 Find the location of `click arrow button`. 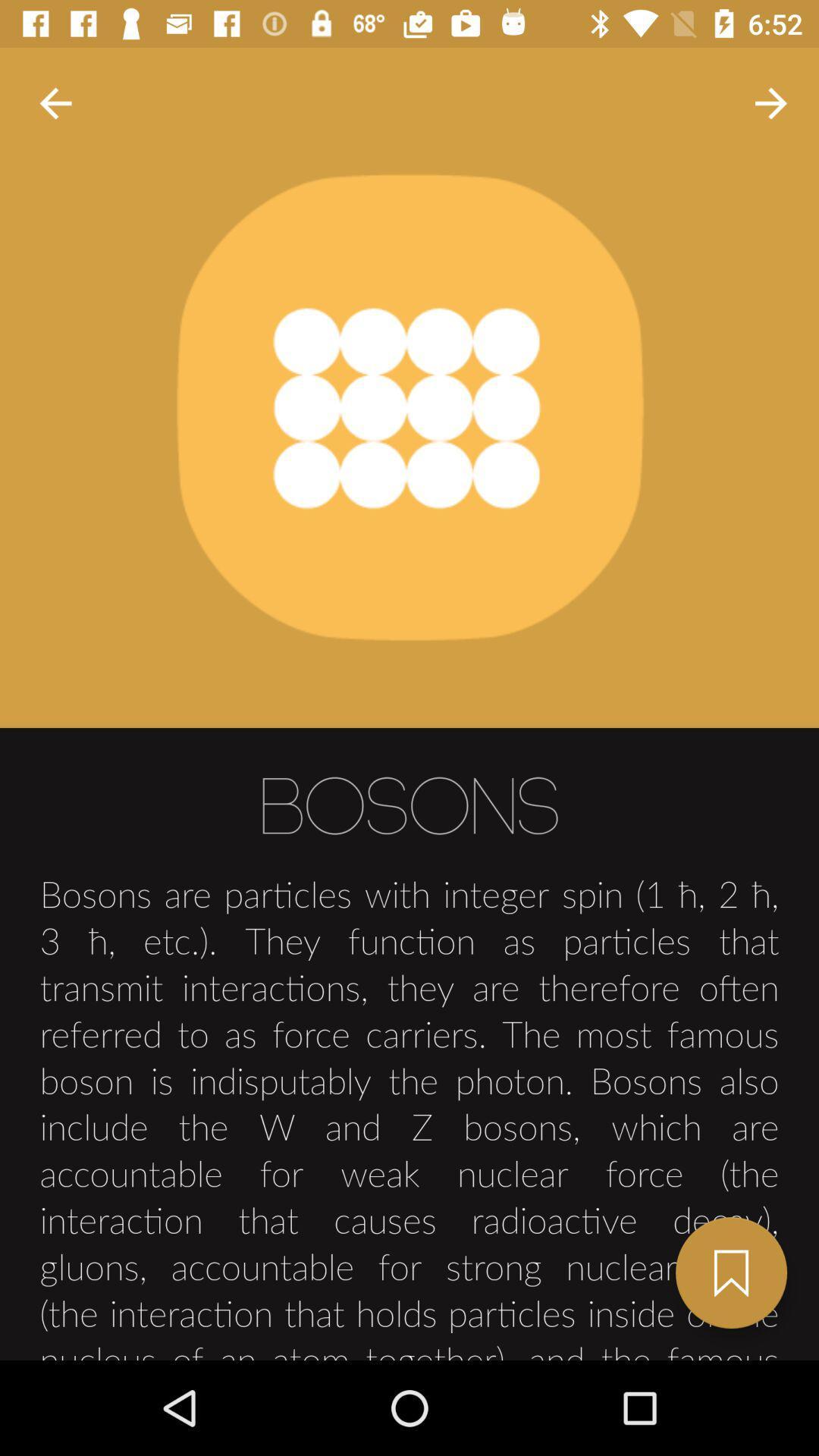

click arrow button is located at coordinates (55, 102).